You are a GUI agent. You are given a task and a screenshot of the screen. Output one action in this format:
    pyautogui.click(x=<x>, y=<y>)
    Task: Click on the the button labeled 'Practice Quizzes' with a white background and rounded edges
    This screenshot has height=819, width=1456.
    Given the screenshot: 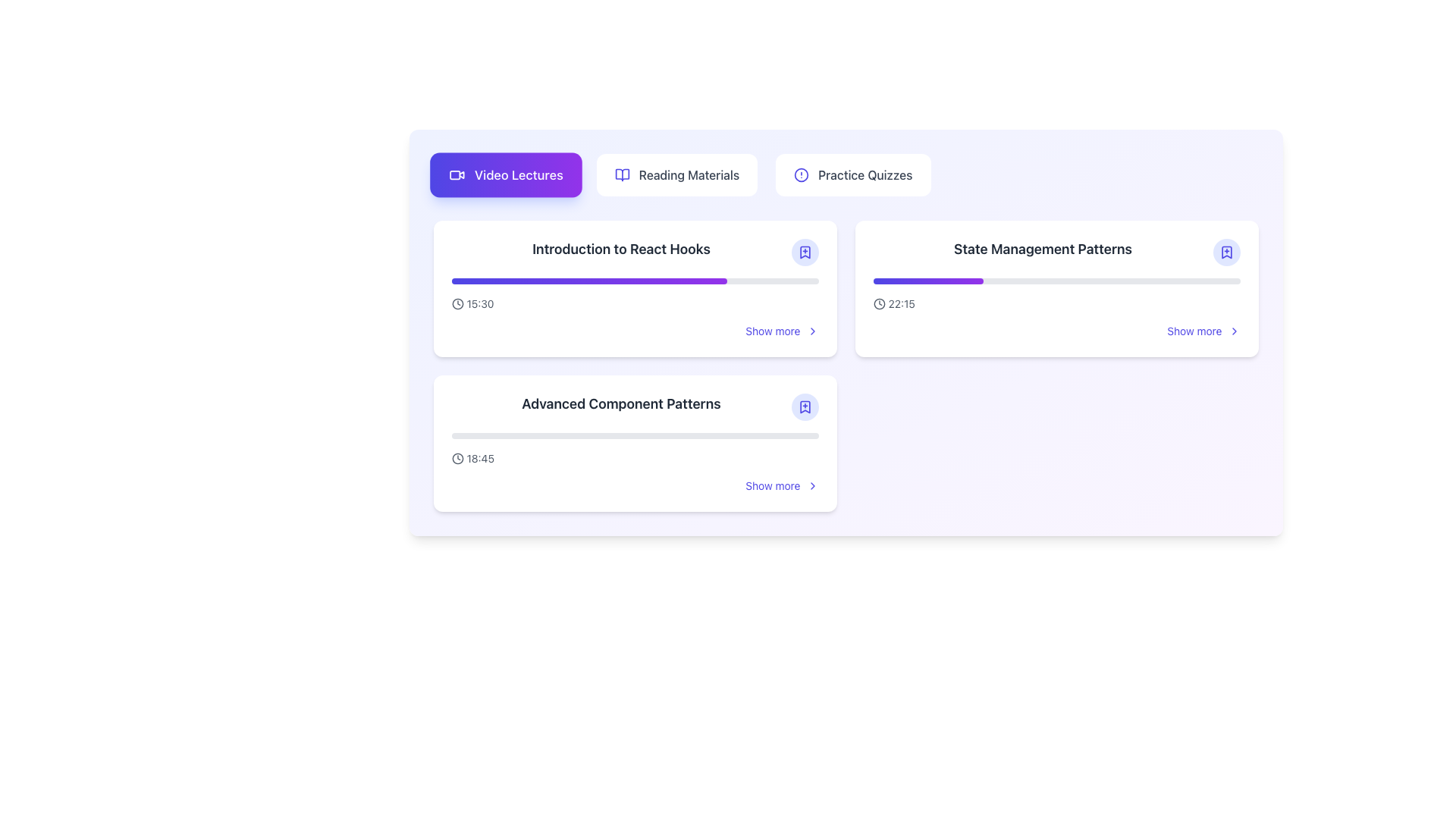 What is the action you would take?
    pyautogui.click(x=853, y=174)
    